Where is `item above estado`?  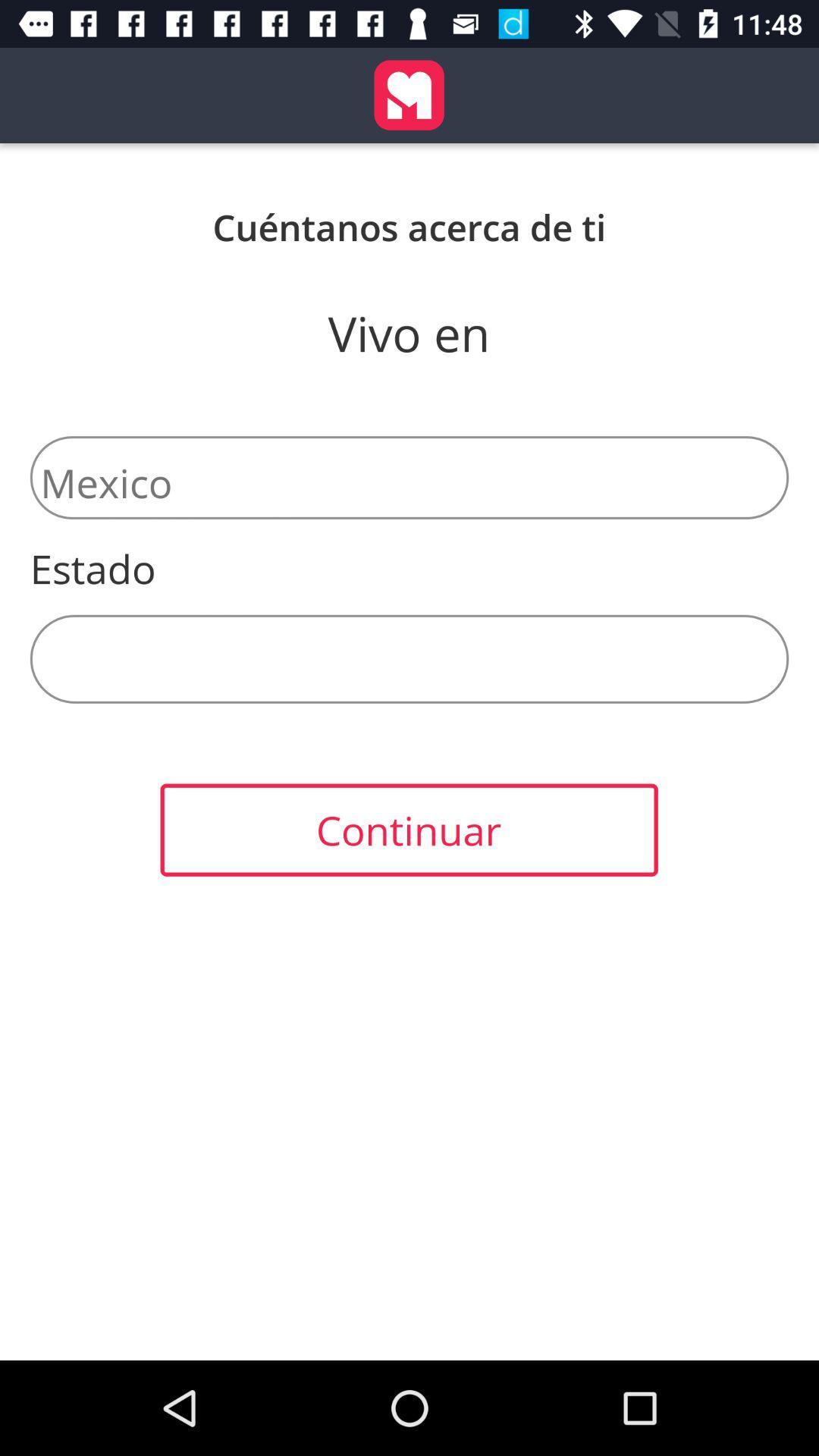 item above estado is located at coordinates (409, 476).